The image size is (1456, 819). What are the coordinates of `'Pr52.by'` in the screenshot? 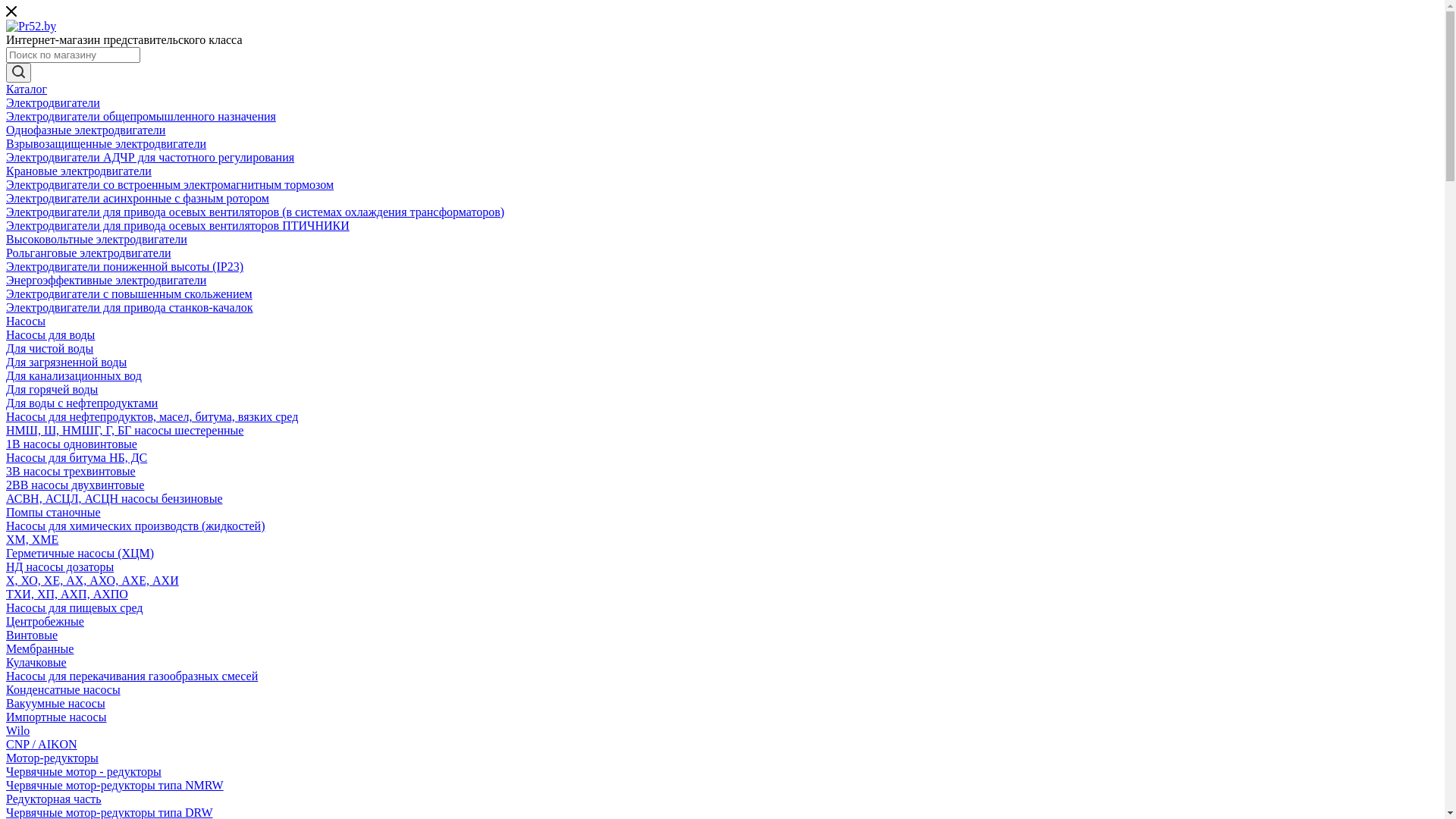 It's located at (31, 26).